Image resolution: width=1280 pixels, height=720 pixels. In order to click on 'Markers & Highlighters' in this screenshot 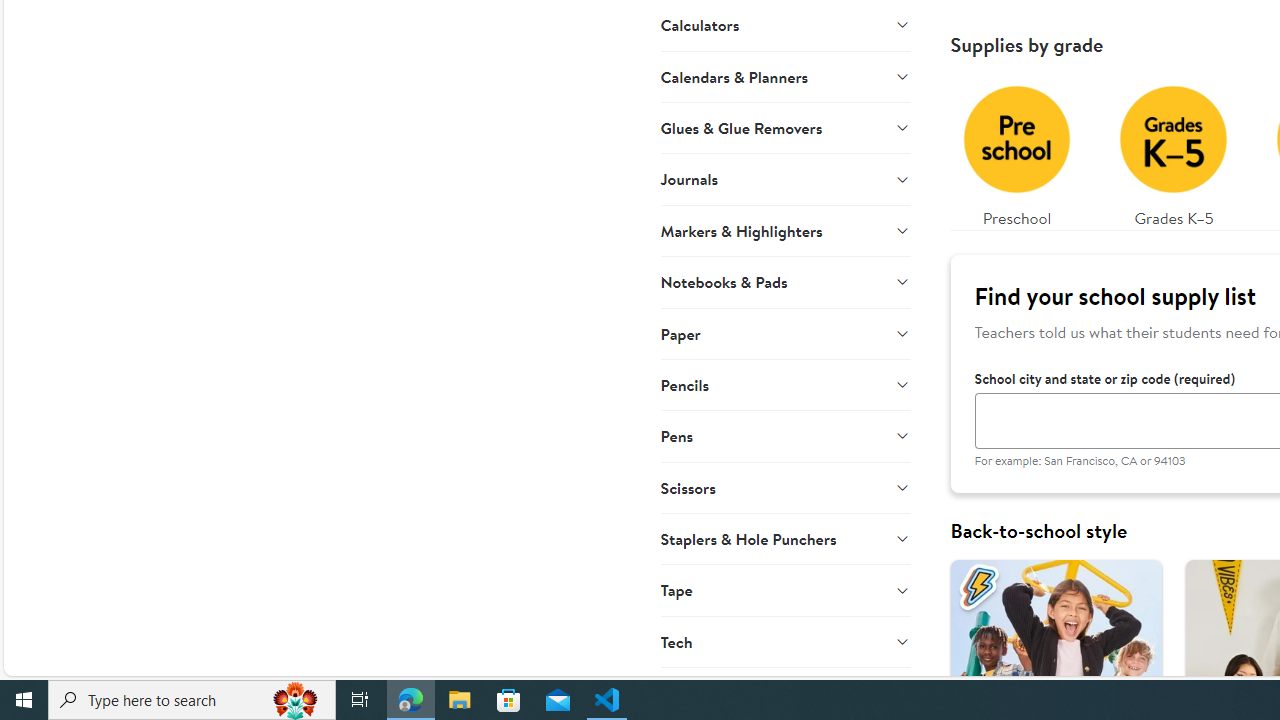, I will do `click(784, 229)`.